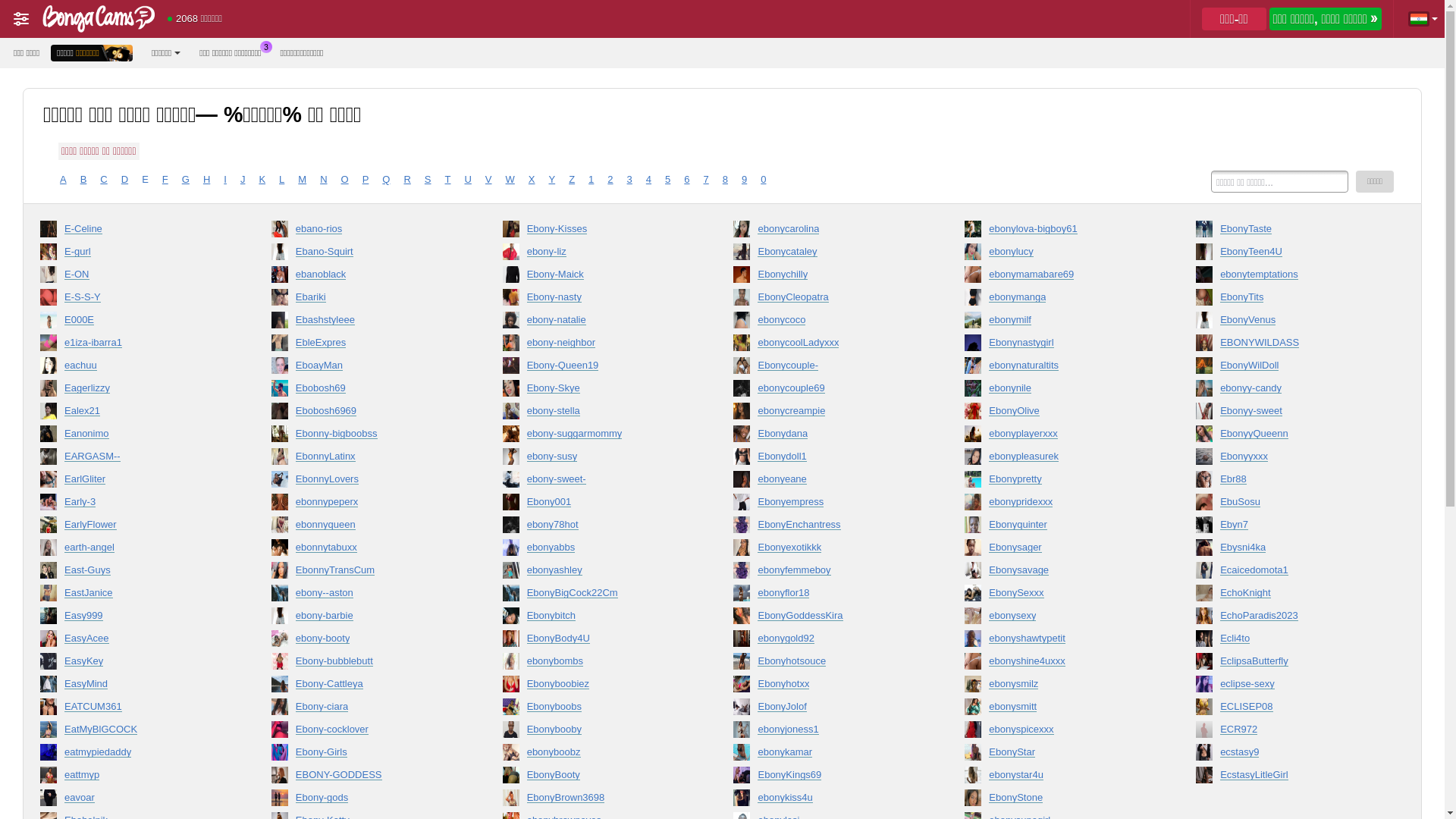 The width and height of the screenshot is (1456, 819). I want to click on 'N', so click(322, 178).